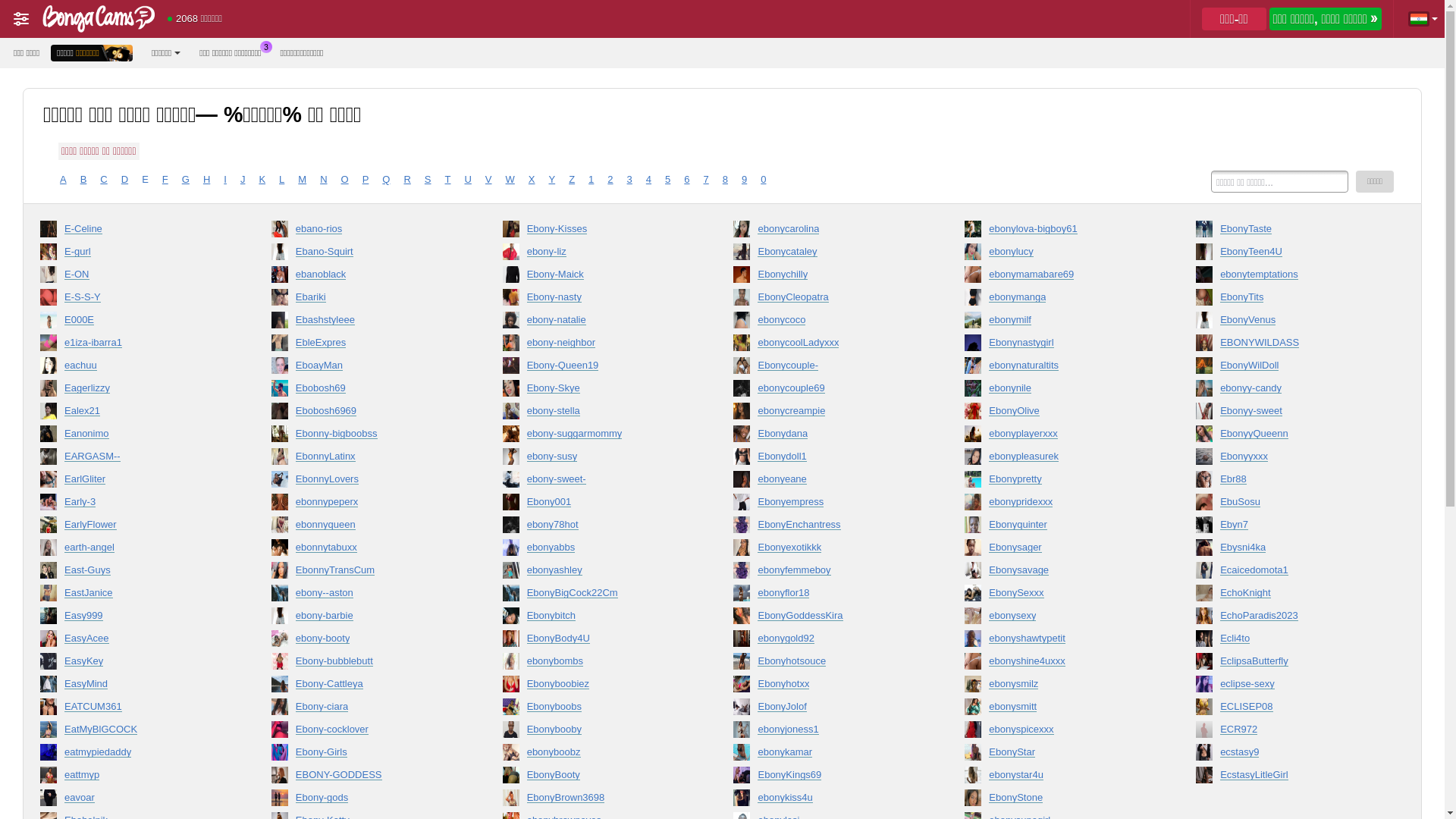 The width and height of the screenshot is (1456, 819). I want to click on 'N', so click(322, 178).